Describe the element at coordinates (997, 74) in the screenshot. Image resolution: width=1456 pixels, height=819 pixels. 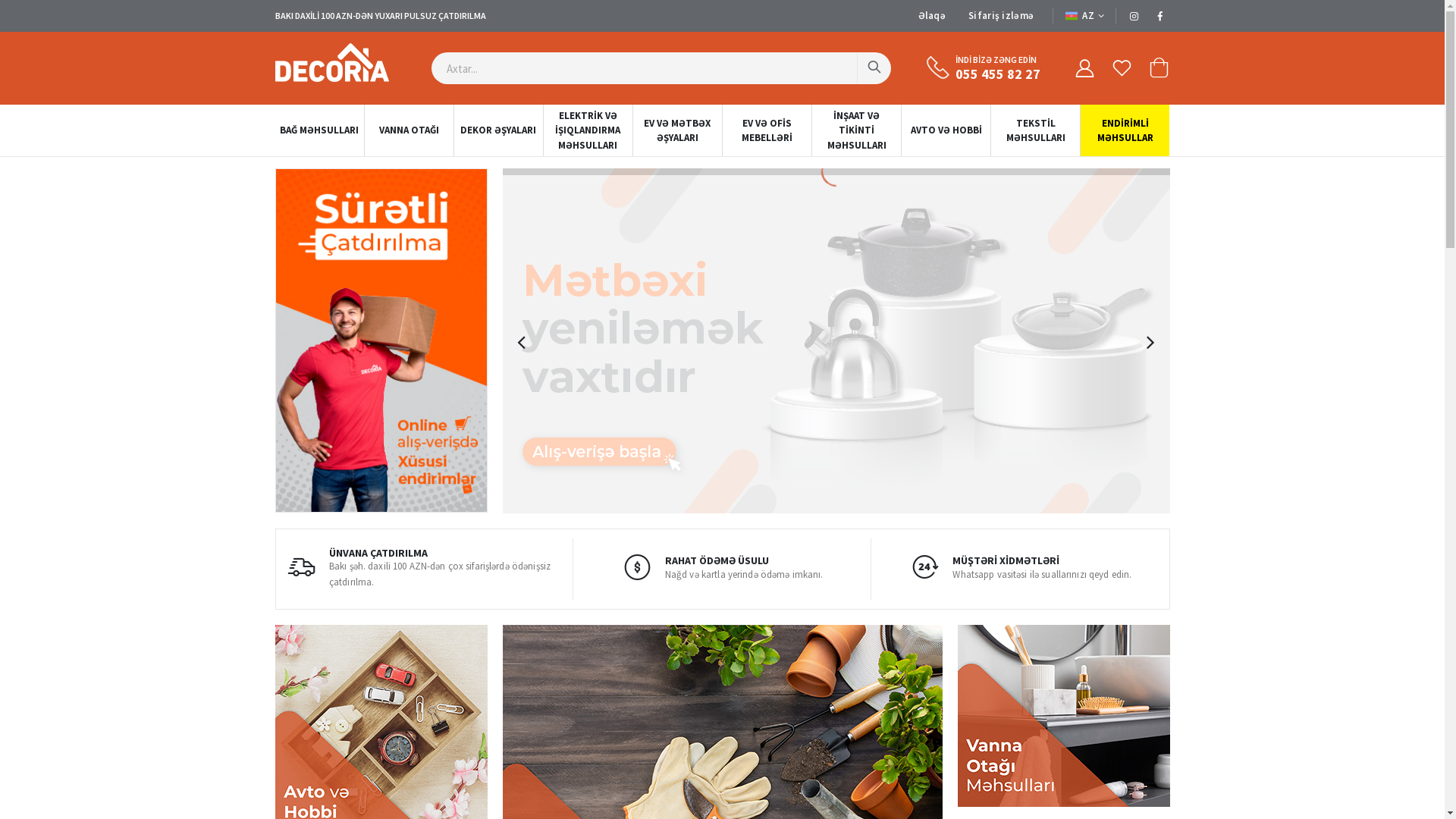
I see `'055 455 82 27'` at that location.